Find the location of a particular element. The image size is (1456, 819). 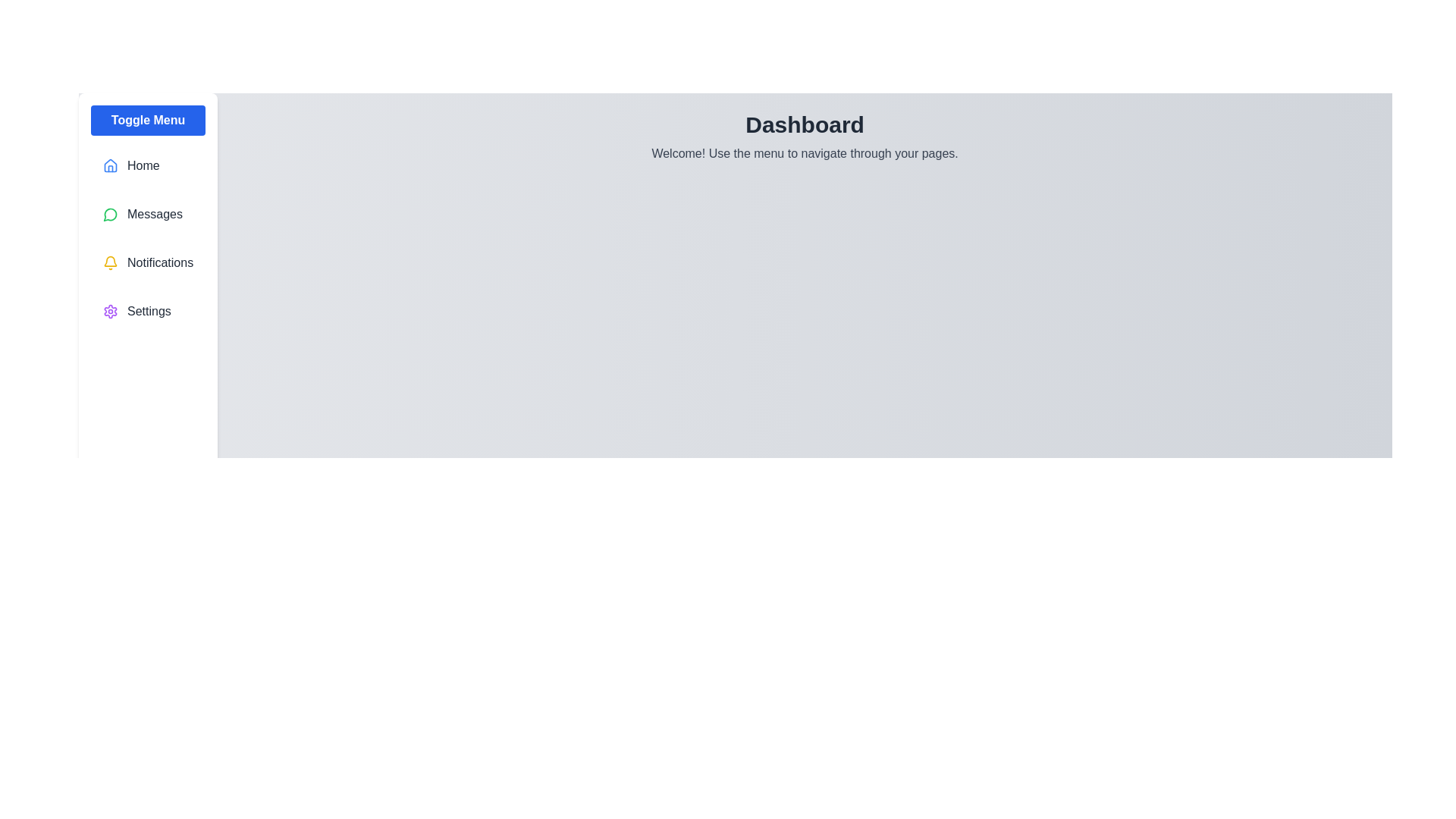

the menu item Notifications in the sidebar is located at coordinates (148, 262).